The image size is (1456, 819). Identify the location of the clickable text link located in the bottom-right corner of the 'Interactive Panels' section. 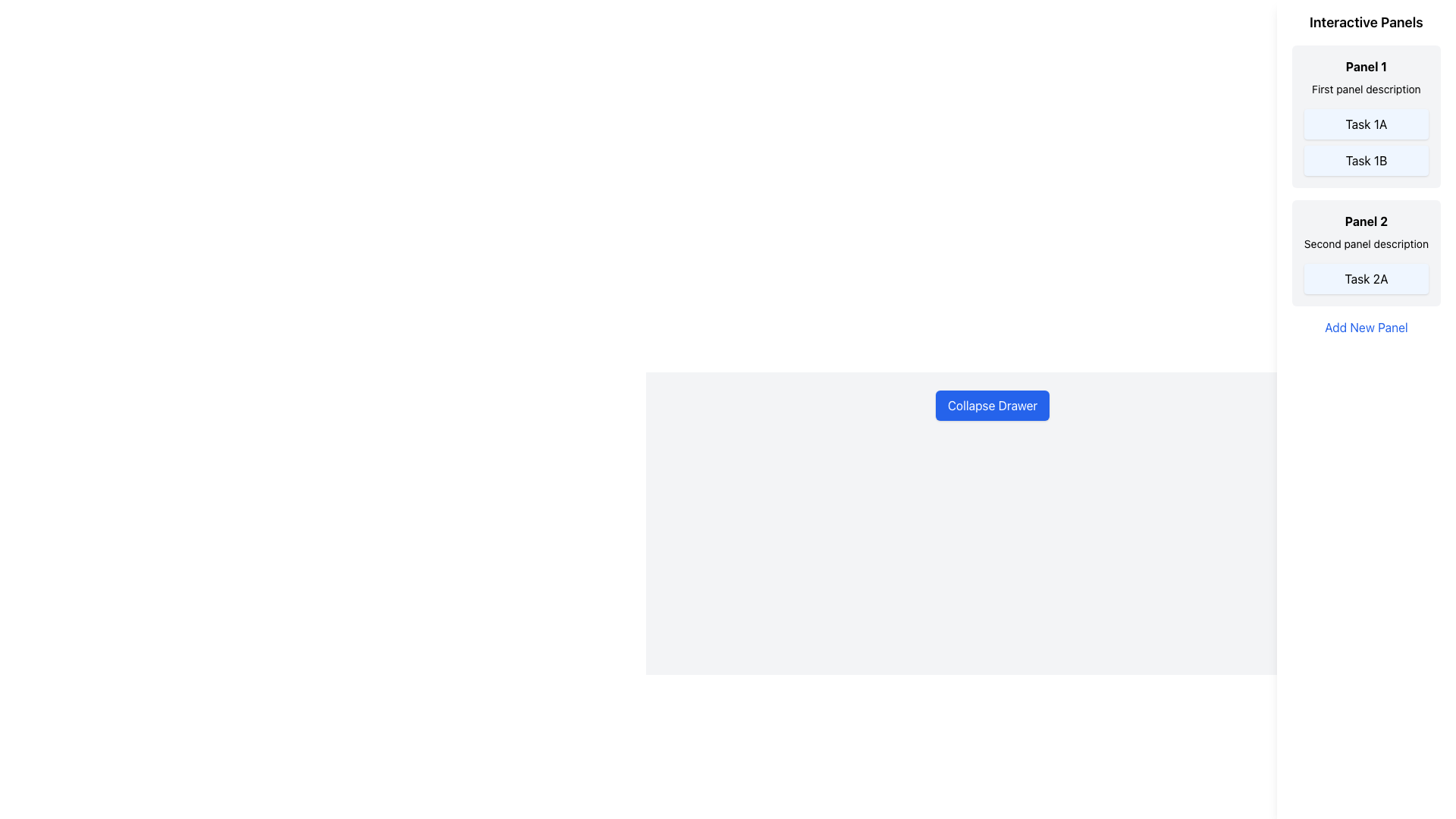
(1366, 327).